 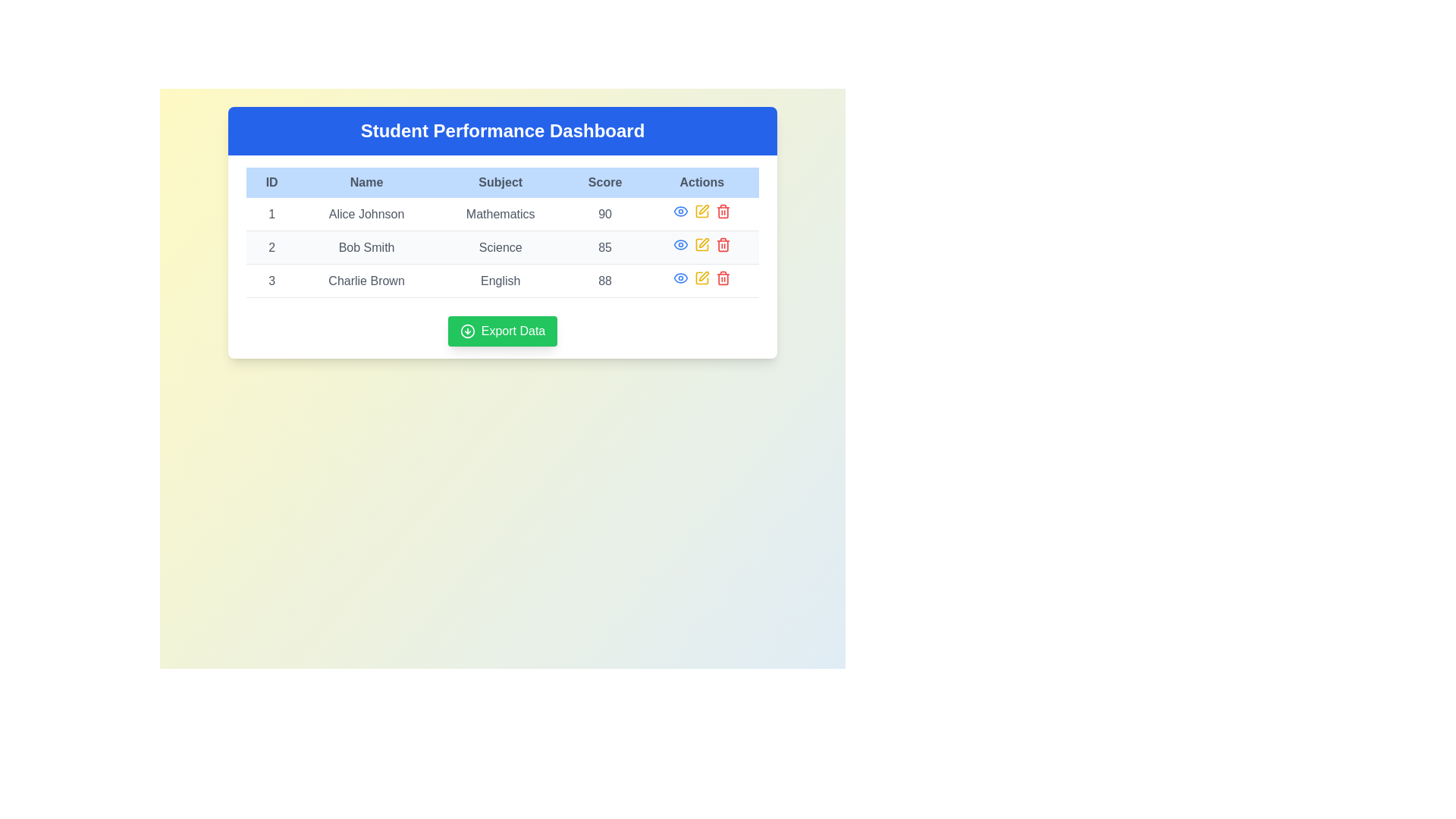 I want to click on the edit button located in the 'Actions' column of the first row of the table under the 'Student Performance Dashboard' title, so click(x=701, y=211).